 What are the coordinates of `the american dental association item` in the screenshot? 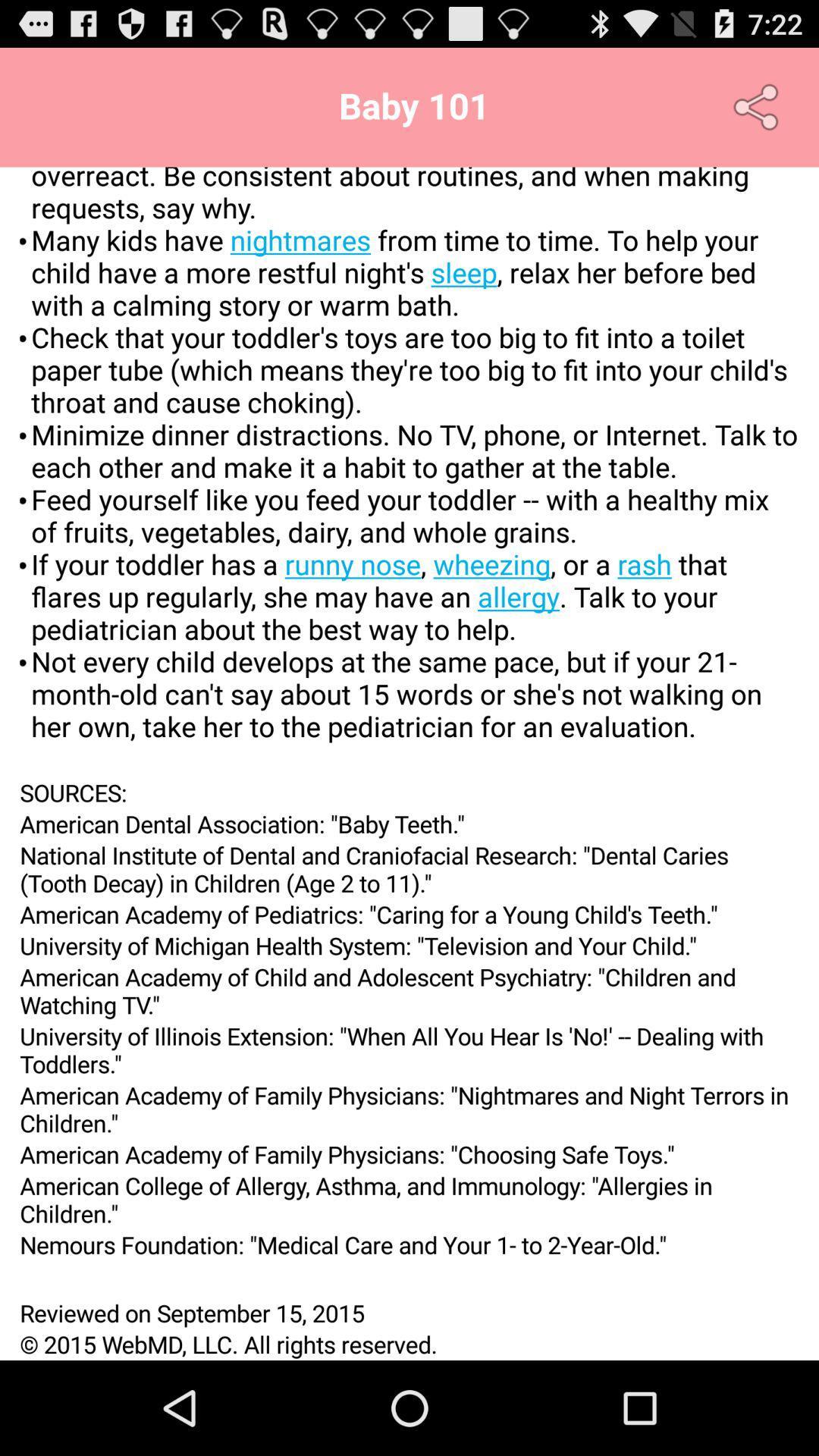 It's located at (409, 823).